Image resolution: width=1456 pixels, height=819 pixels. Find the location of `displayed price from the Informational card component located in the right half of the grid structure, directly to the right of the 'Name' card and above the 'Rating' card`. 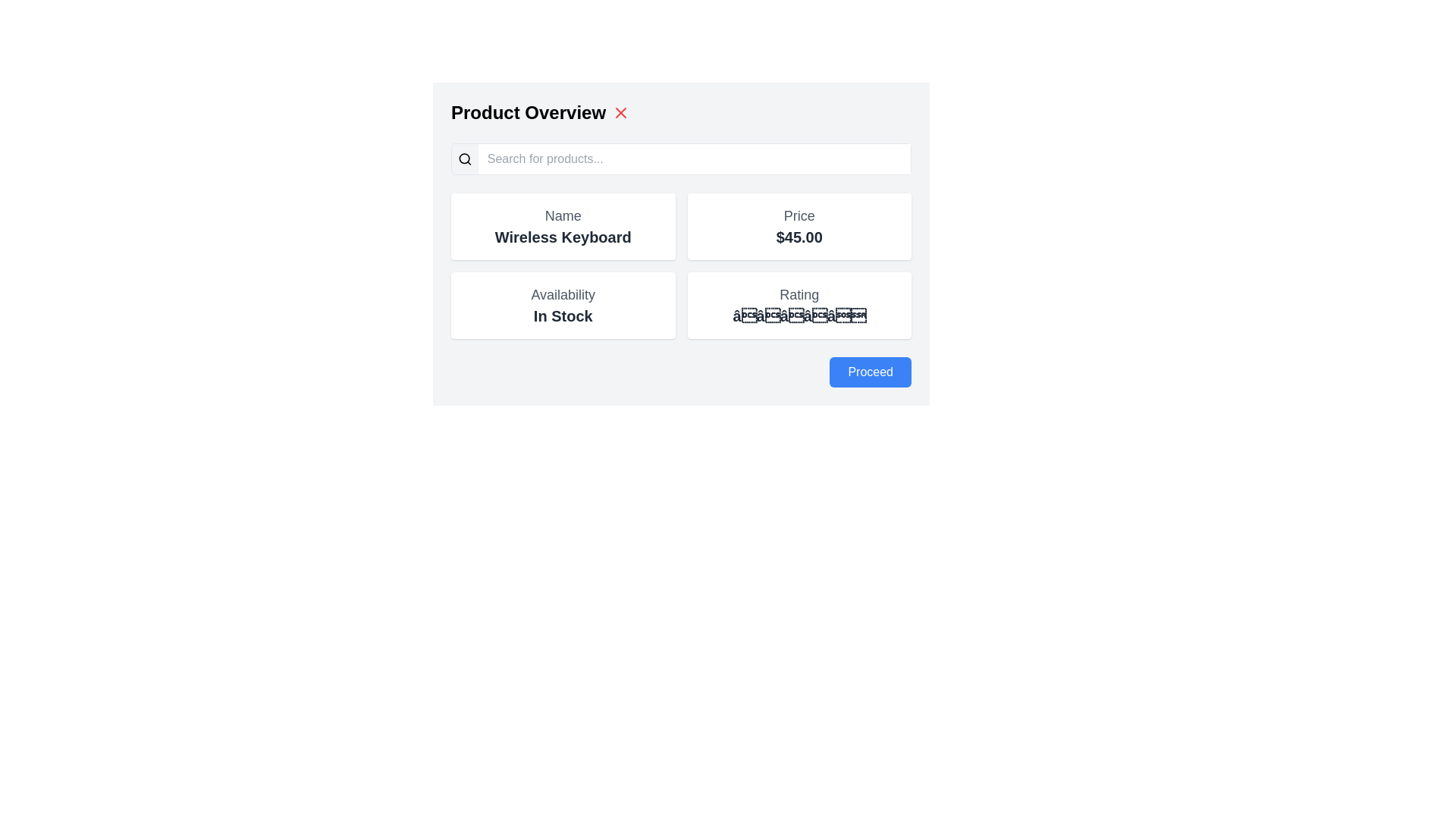

displayed price from the Informational card component located in the right half of the grid structure, directly to the right of the 'Name' card and above the 'Rating' card is located at coordinates (799, 227).